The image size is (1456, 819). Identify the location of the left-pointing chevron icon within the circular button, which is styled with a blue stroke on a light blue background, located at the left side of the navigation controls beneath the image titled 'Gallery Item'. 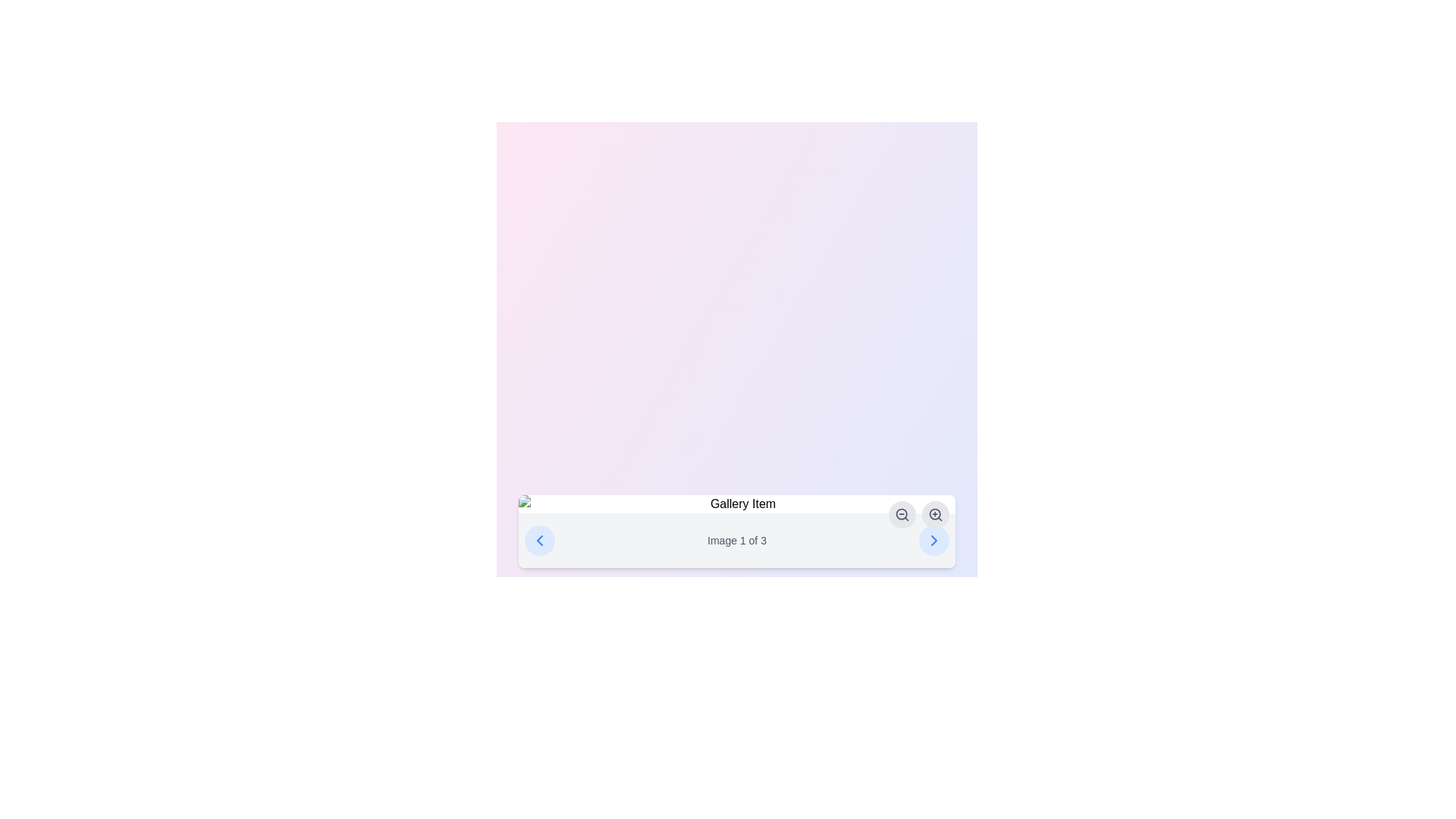
(539, 540).